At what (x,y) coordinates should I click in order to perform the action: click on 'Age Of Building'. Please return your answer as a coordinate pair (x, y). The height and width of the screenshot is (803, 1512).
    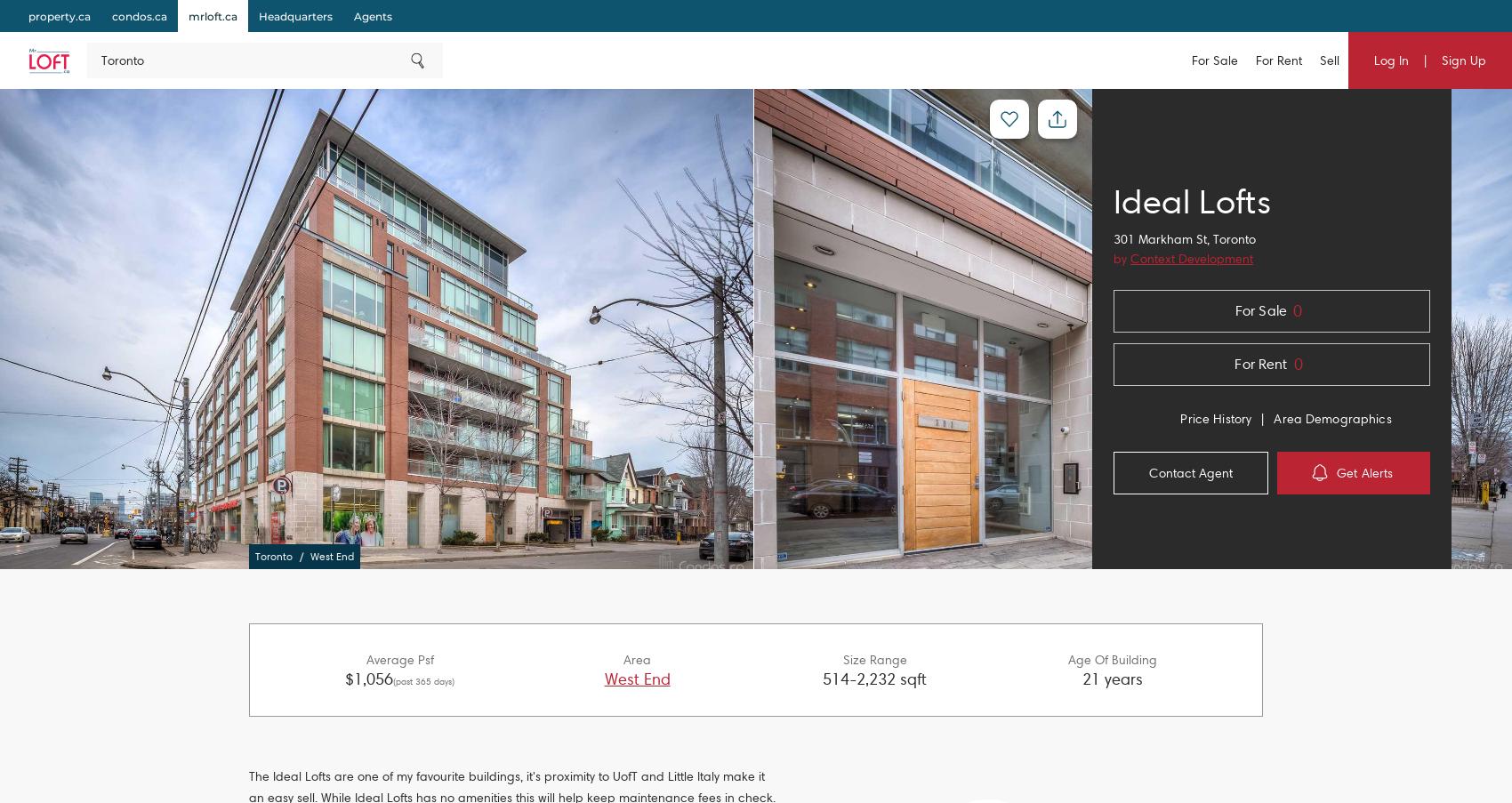
    Looking at the image, I should click on (1066, 659).